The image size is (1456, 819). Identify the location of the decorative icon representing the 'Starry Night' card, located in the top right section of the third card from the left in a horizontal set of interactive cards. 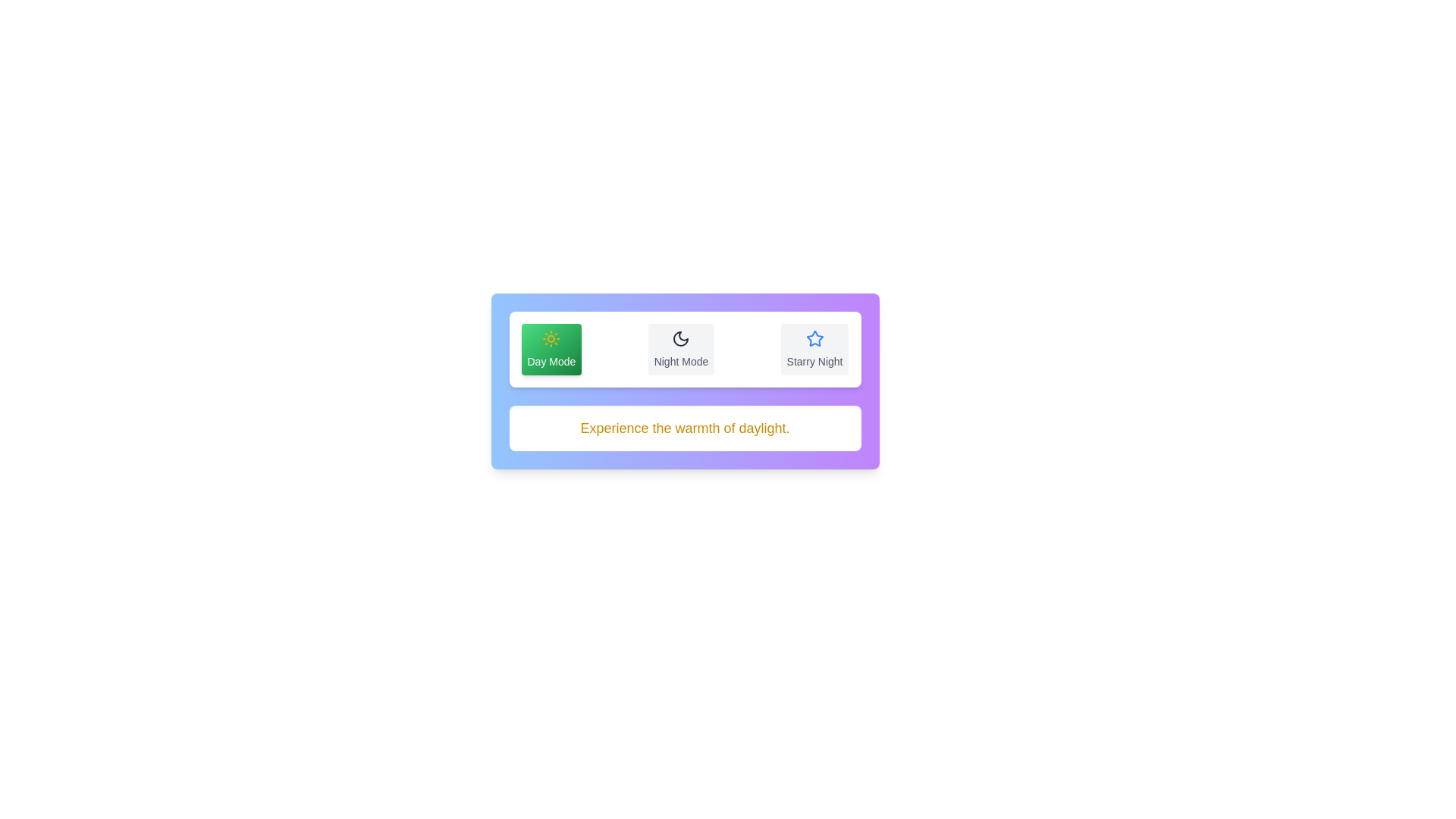
(814, 337).